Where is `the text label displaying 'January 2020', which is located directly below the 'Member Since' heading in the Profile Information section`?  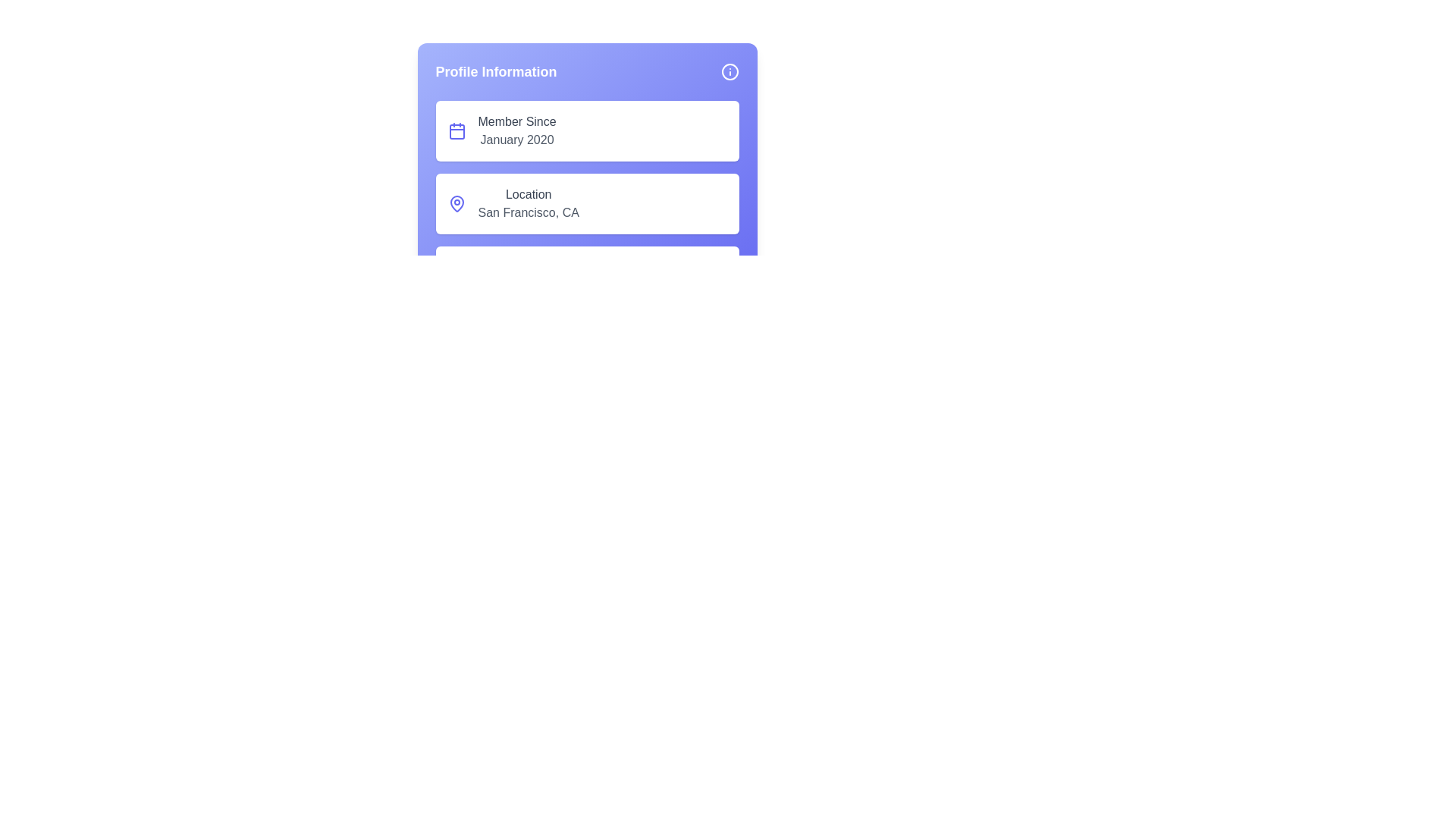
the text label displaying 'January 2020', which is located directly below the 'Member Since' heading in the Profile Information section is located at coordinates (517, 140).